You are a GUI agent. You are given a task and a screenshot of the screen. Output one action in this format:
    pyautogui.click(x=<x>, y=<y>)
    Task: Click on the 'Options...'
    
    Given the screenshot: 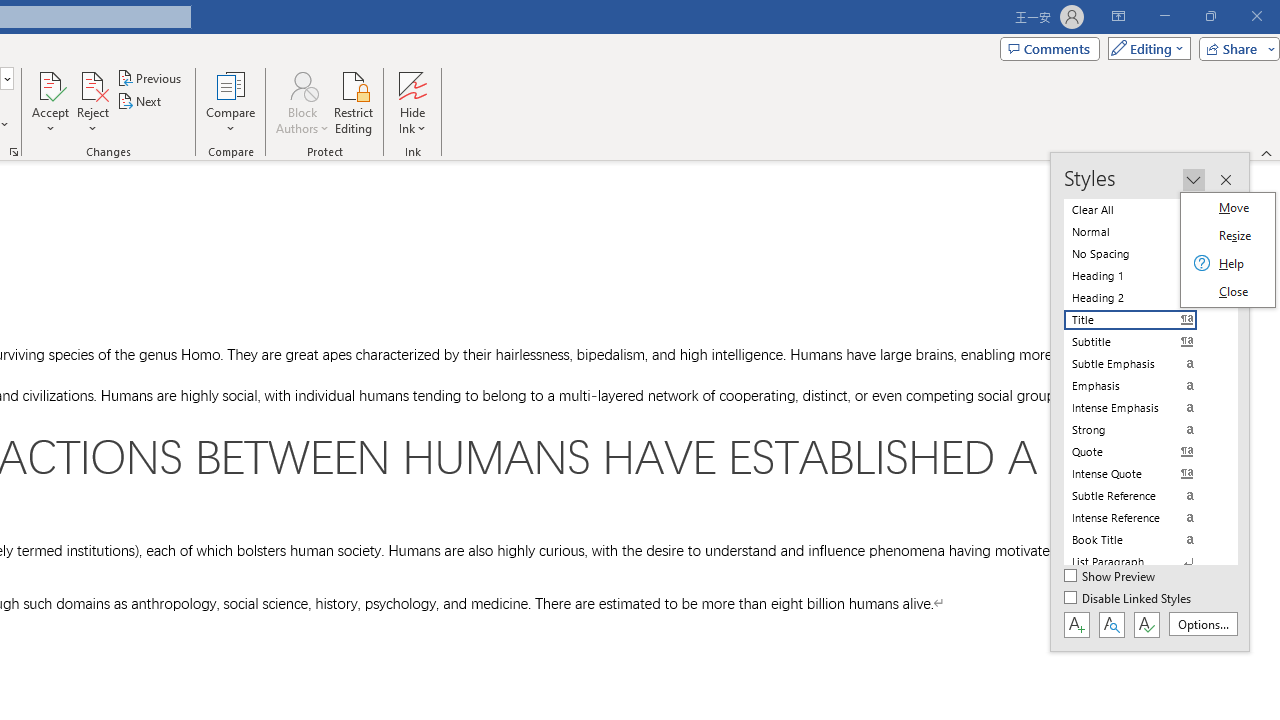 What is the action you would take?
    pyautogui.click(x=1202, y=622)
    